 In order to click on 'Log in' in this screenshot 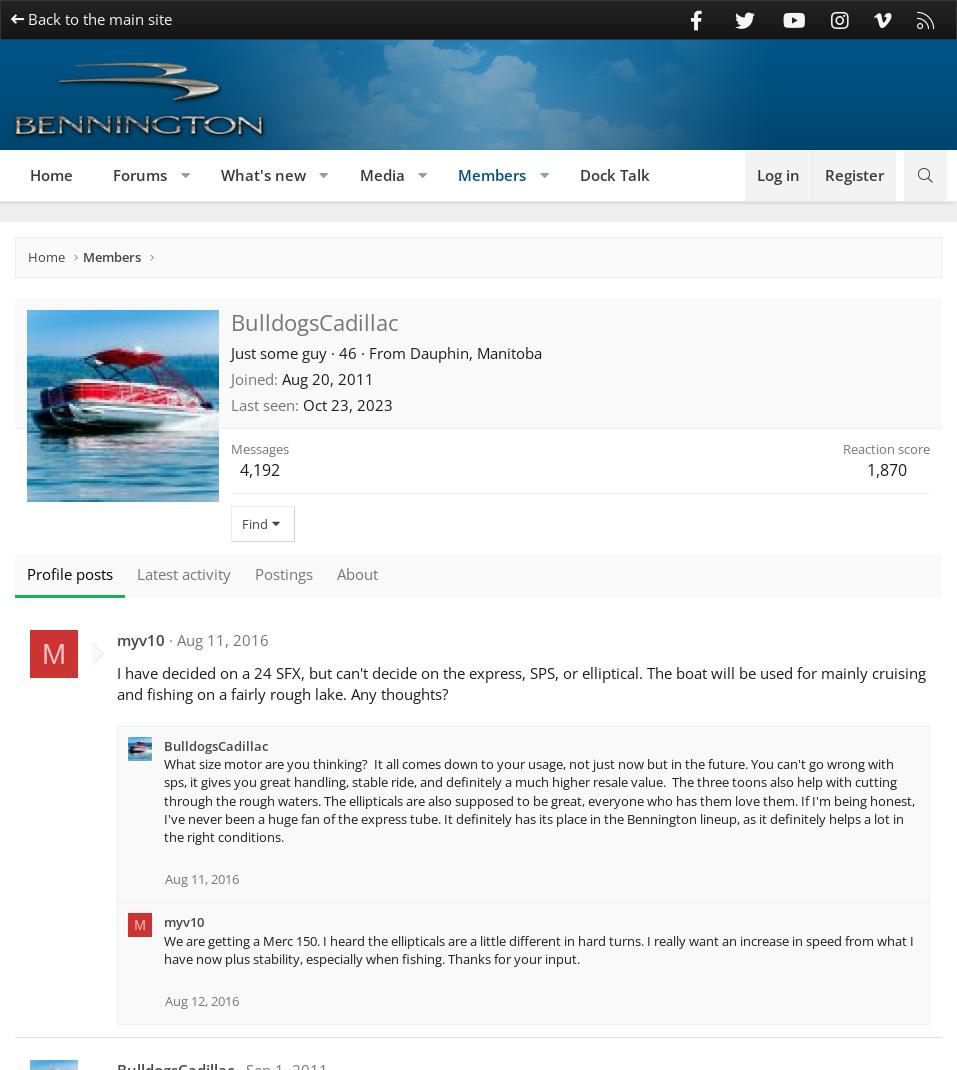, I will do `click(777, 173)`.